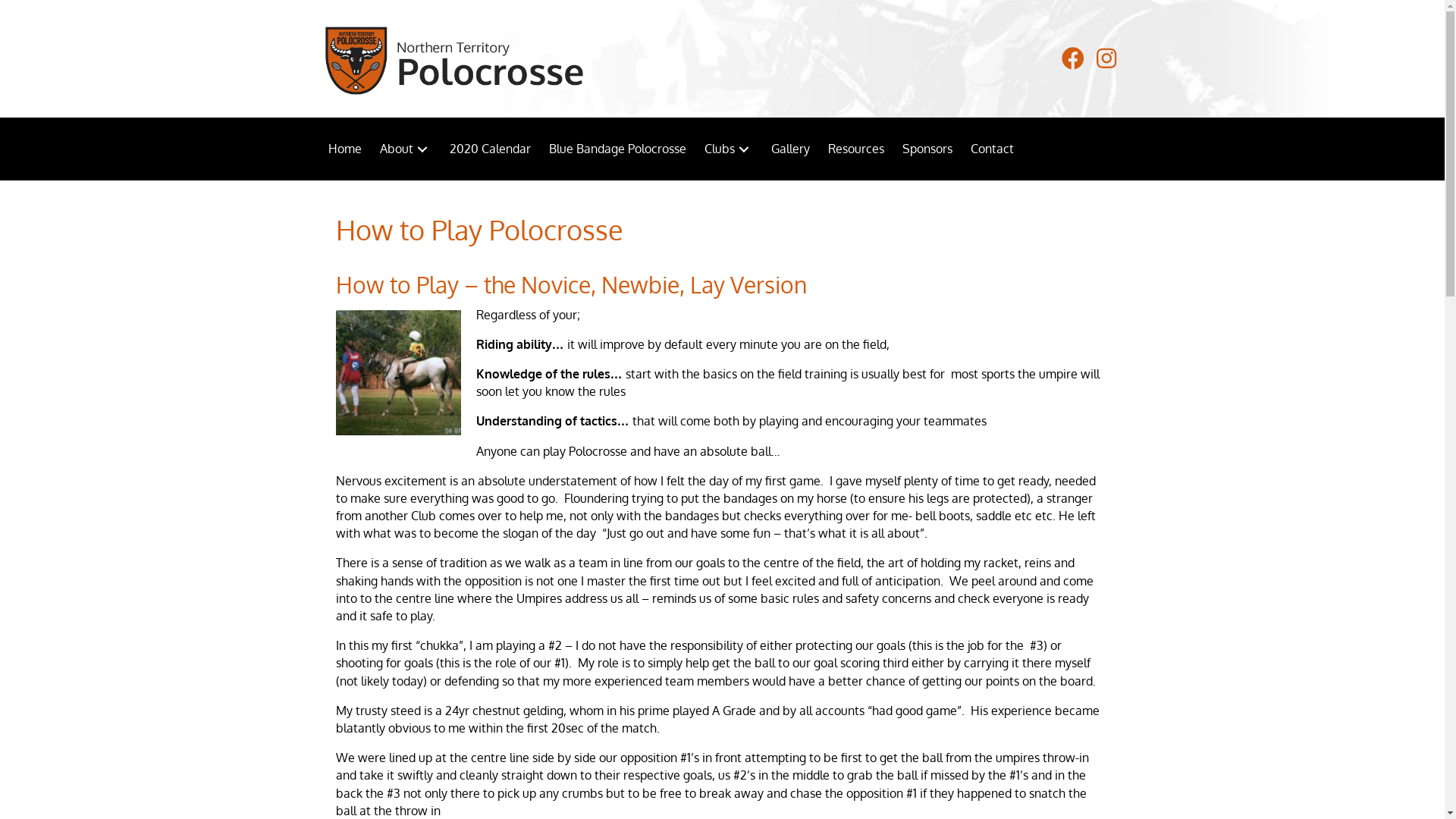 The image size is (1456, 819). What do you see at coordinates (962, 149) in the screenshot?
I see `'Contact'` at bounding box center [962, 149].